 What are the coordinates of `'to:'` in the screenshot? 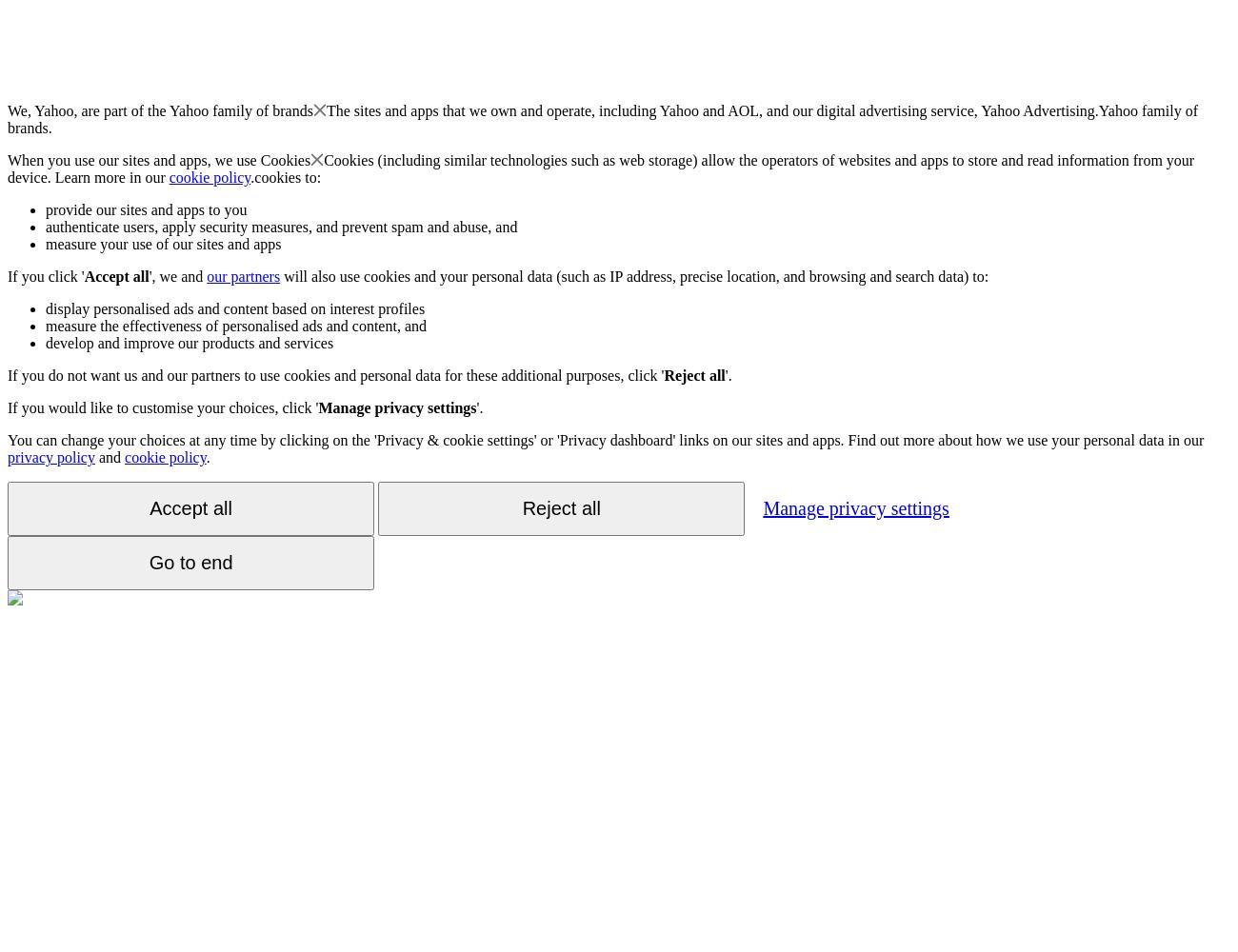 It's located at (309, 177).